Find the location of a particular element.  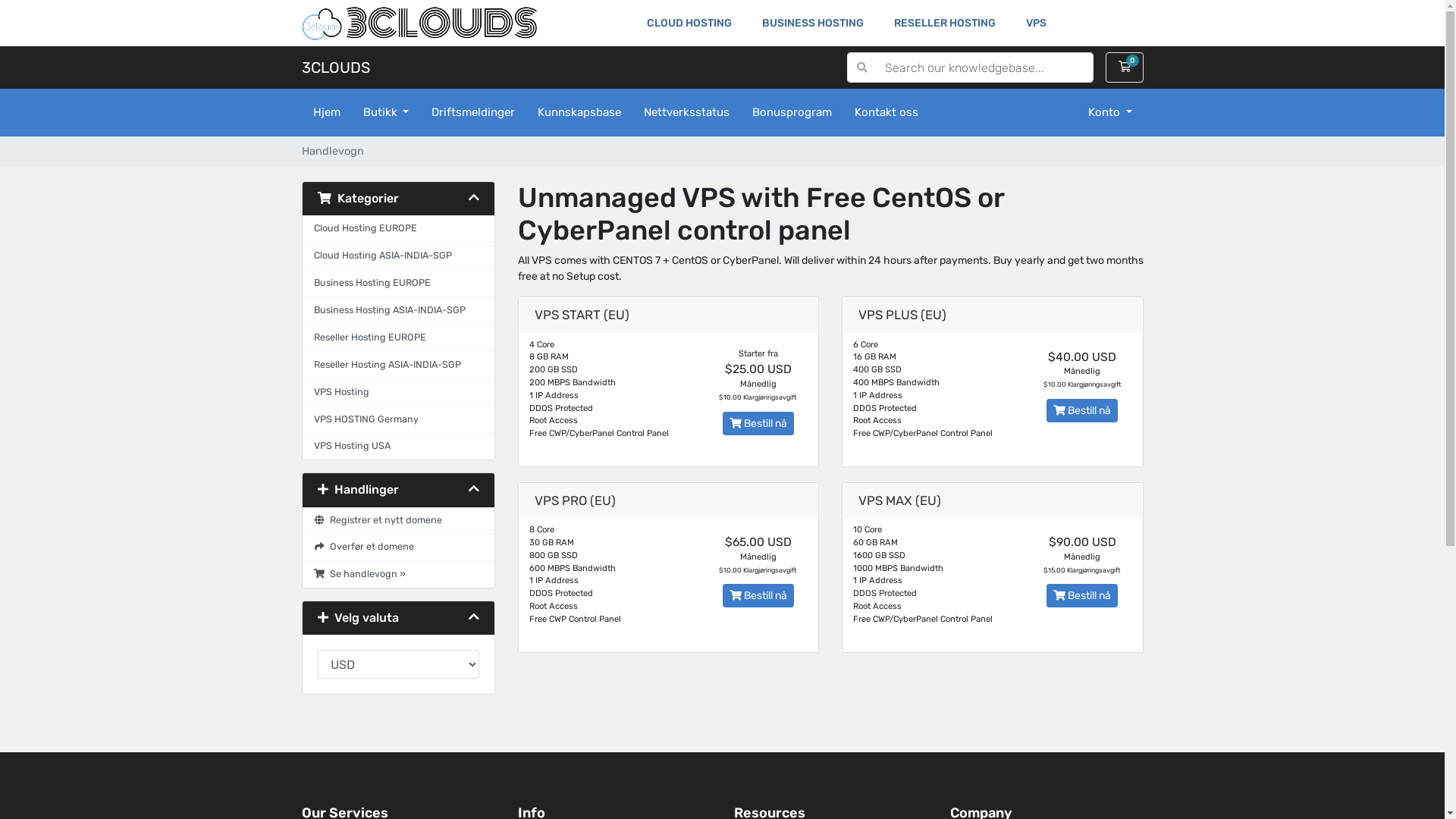

'Driftsmeldinger' is located at coordinates (472, 111).